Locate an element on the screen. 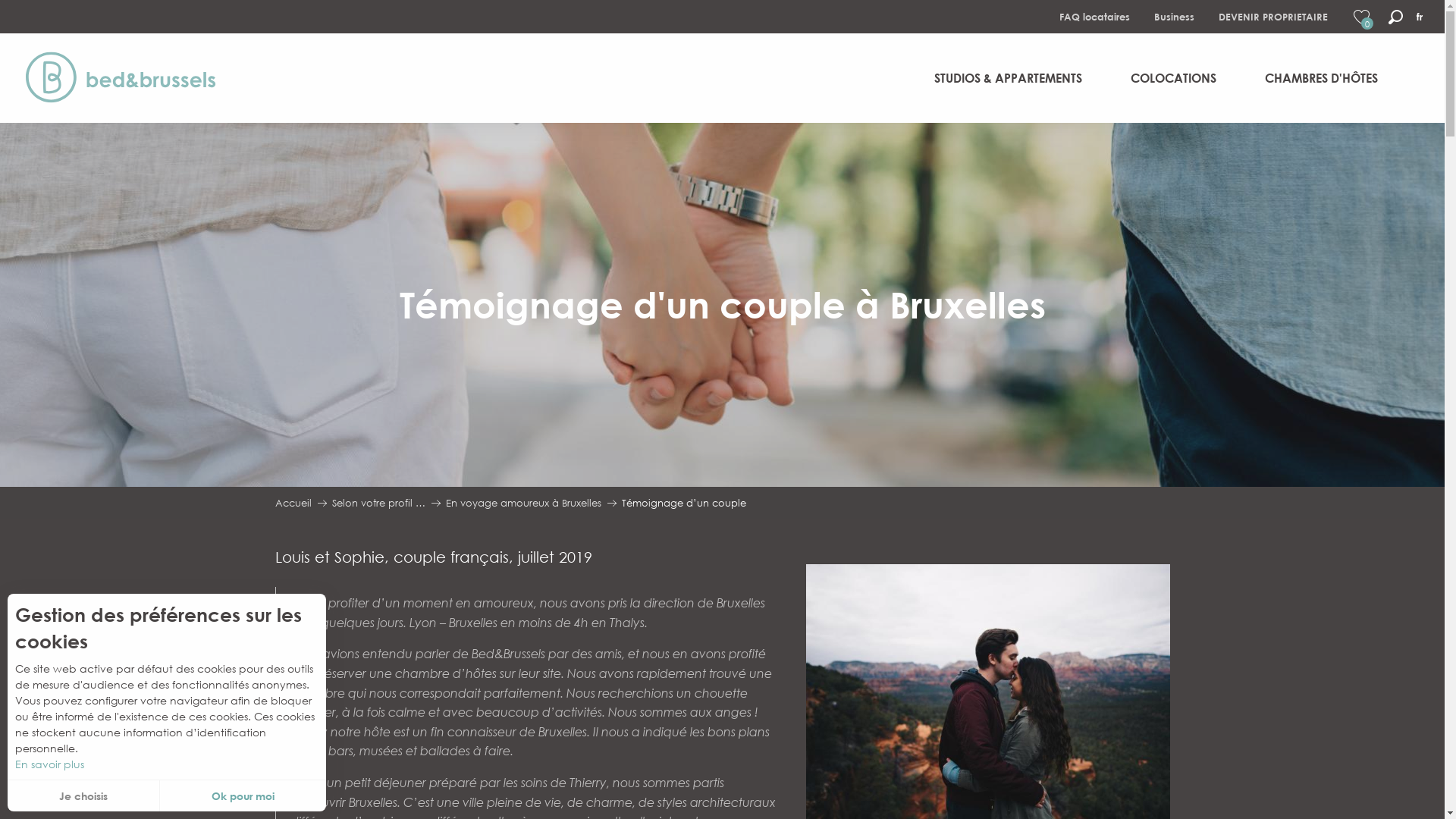 This screenshot has height=819, width=1456. 'COLOCATIONS' is located at coordinates (1172, 78).